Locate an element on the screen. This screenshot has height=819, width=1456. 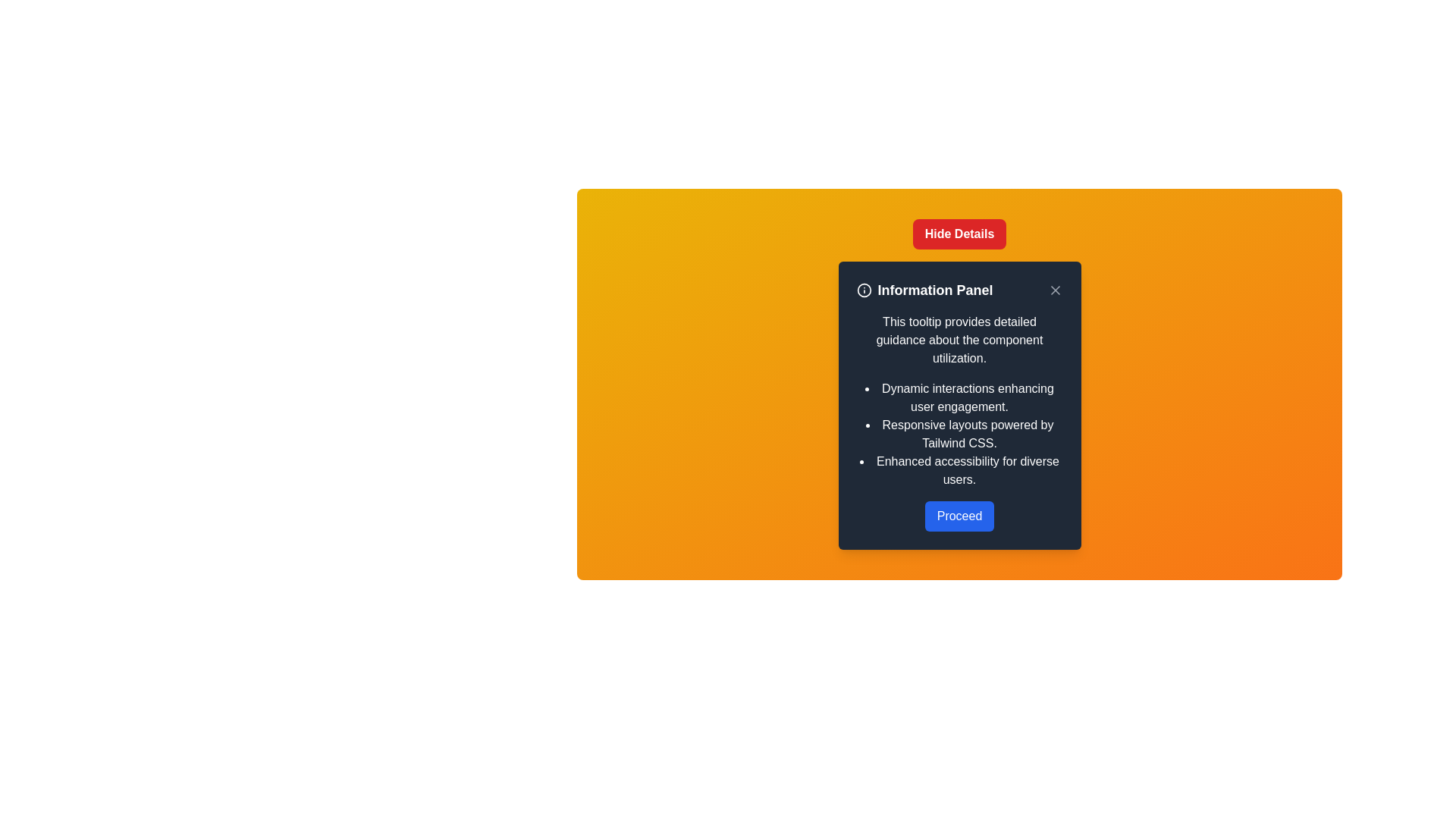
the Close icon located in the top-right corner of the informational panel is located at coordinates (1054, 290).